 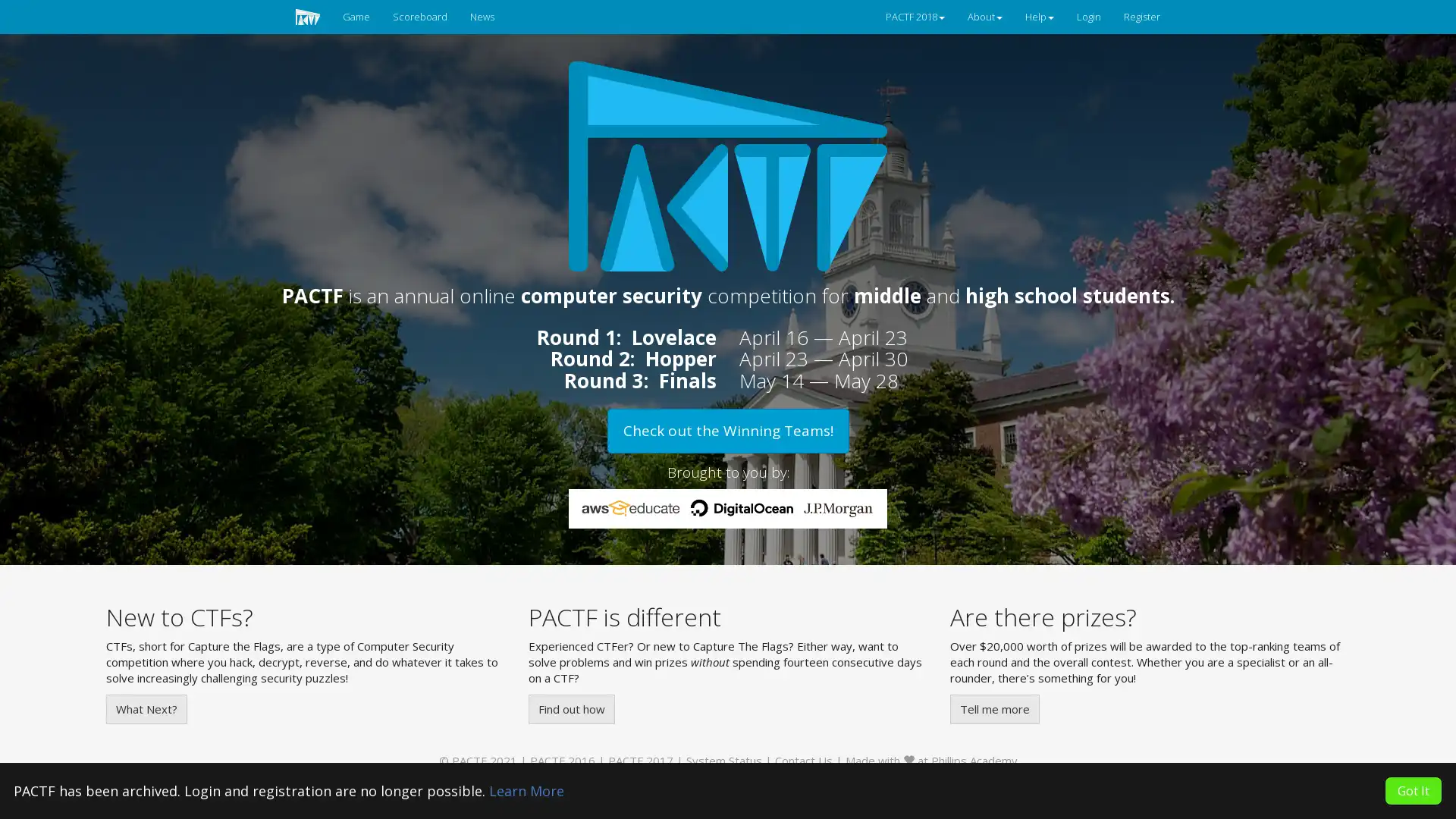 I want to click on Got It, so click(x=1412, y=789).